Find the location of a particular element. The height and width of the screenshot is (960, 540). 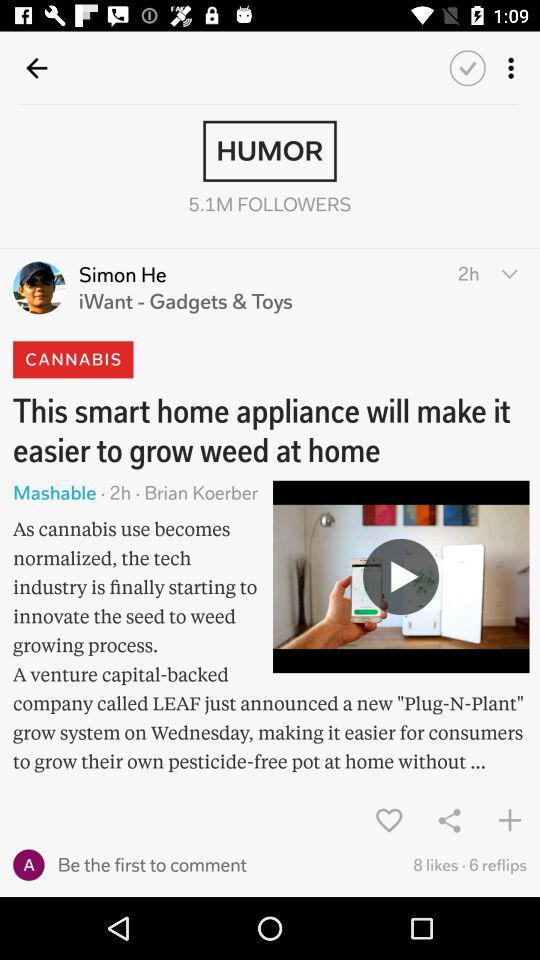

the avatar icon is located at coordinates (39, 287).